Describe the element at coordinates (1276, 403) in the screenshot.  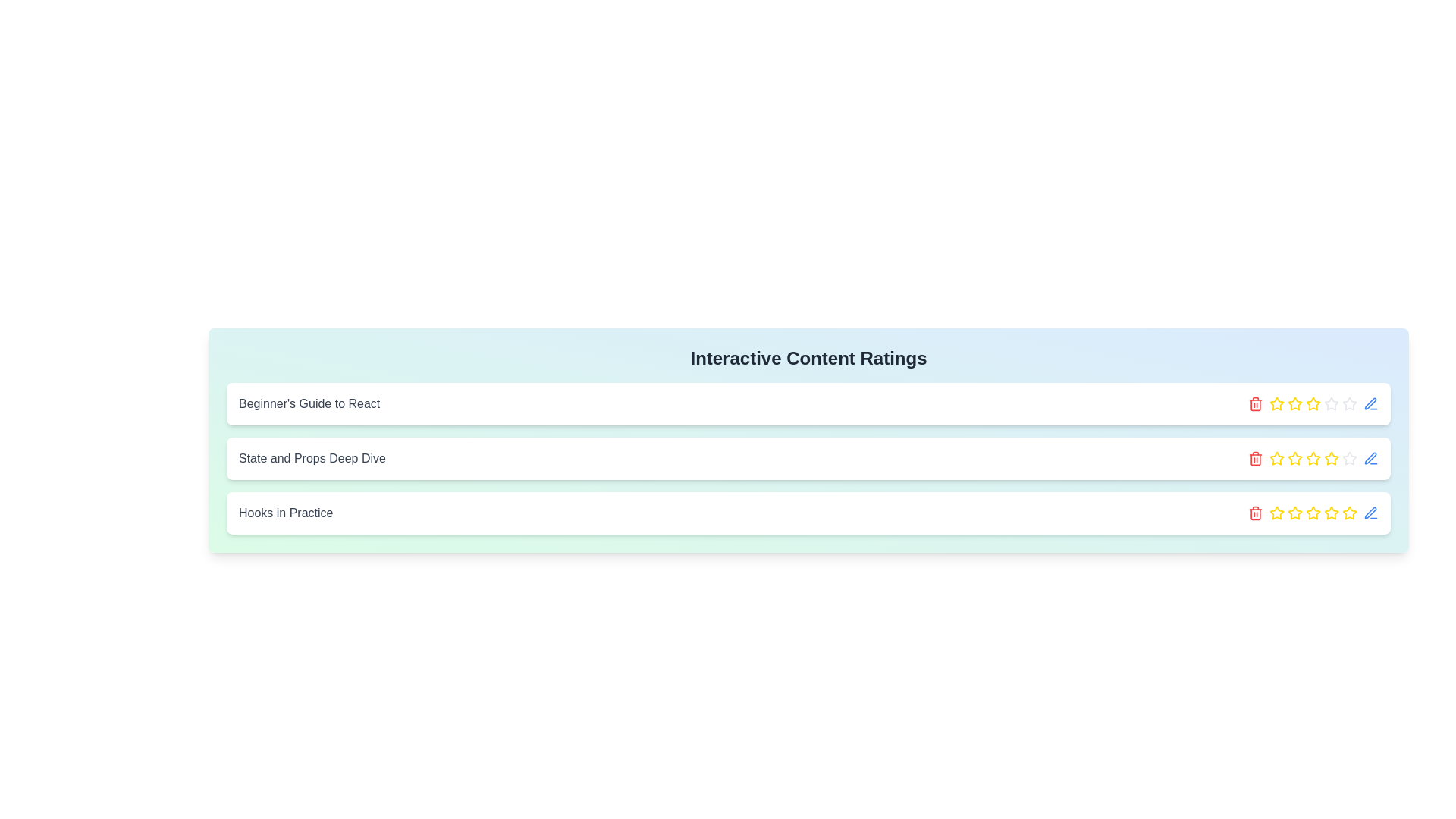
I see `the second star icon` at that location.